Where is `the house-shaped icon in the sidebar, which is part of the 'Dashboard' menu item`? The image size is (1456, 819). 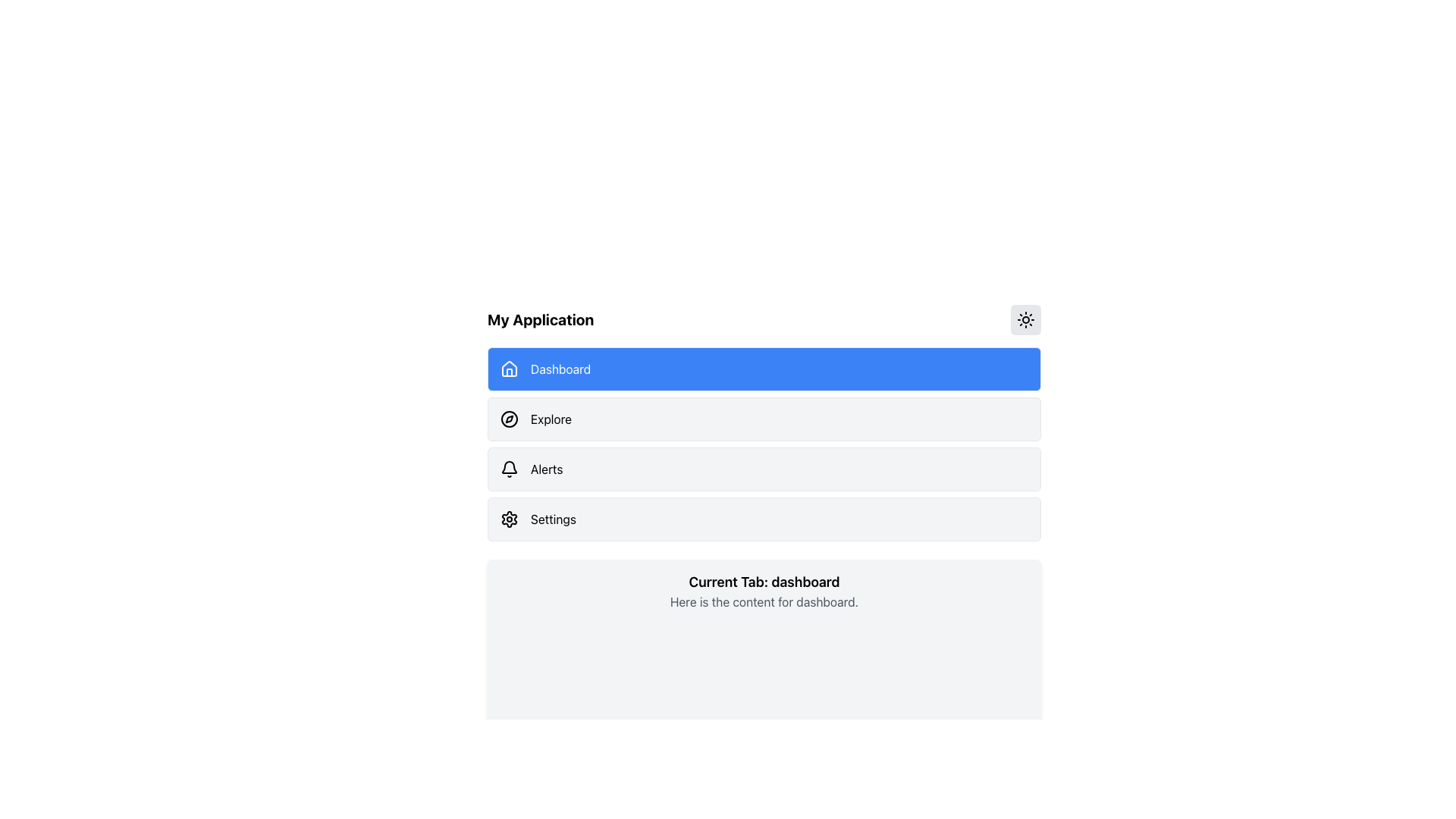 the house-shaped icon in the sidebar, which is part of the 'Dashboard' menu item is located at coordinates (510, 369).